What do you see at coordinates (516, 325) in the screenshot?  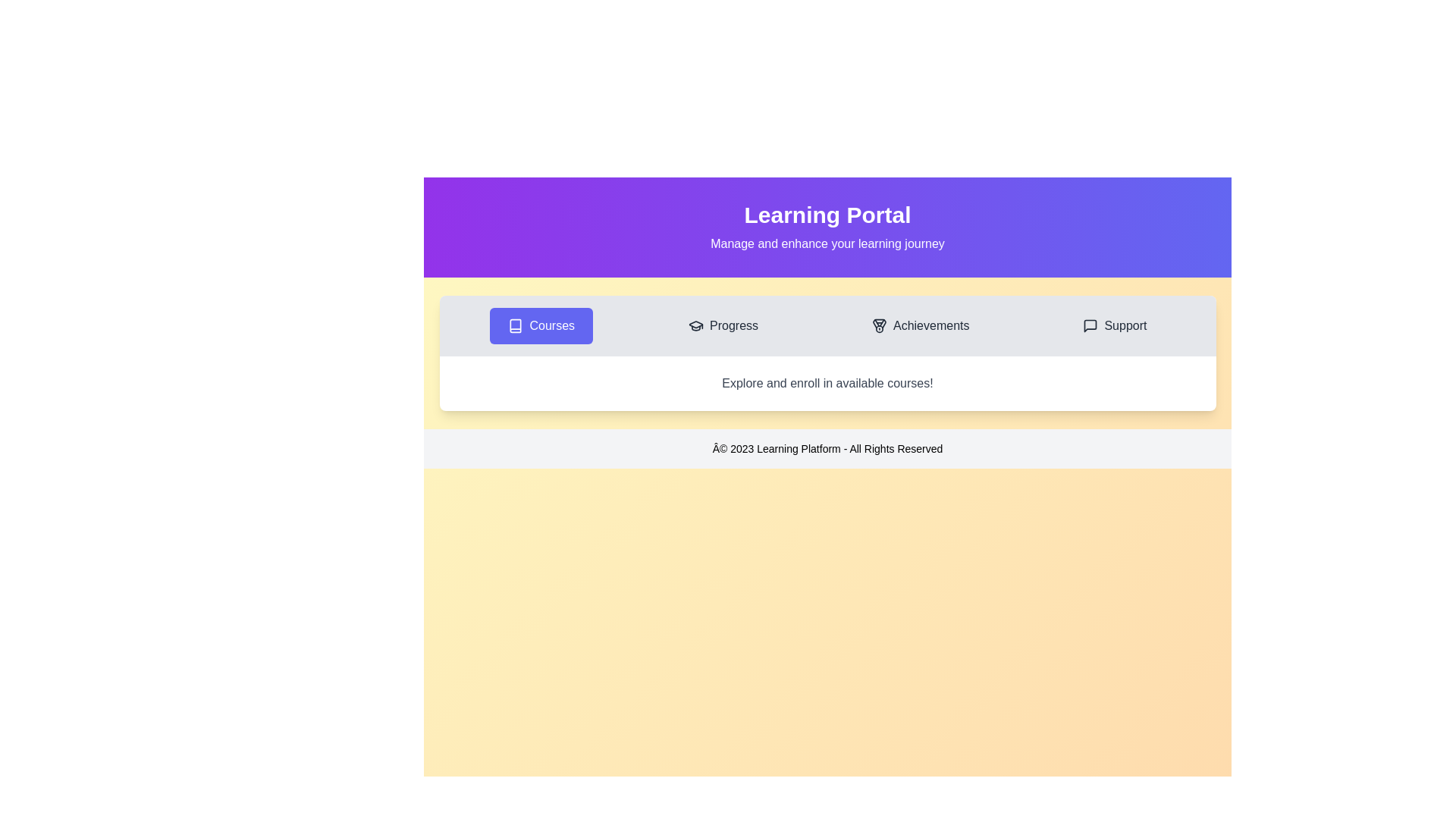 I see `the SVG icon representing the 'Courses' button` at bounding box center [516, 325].